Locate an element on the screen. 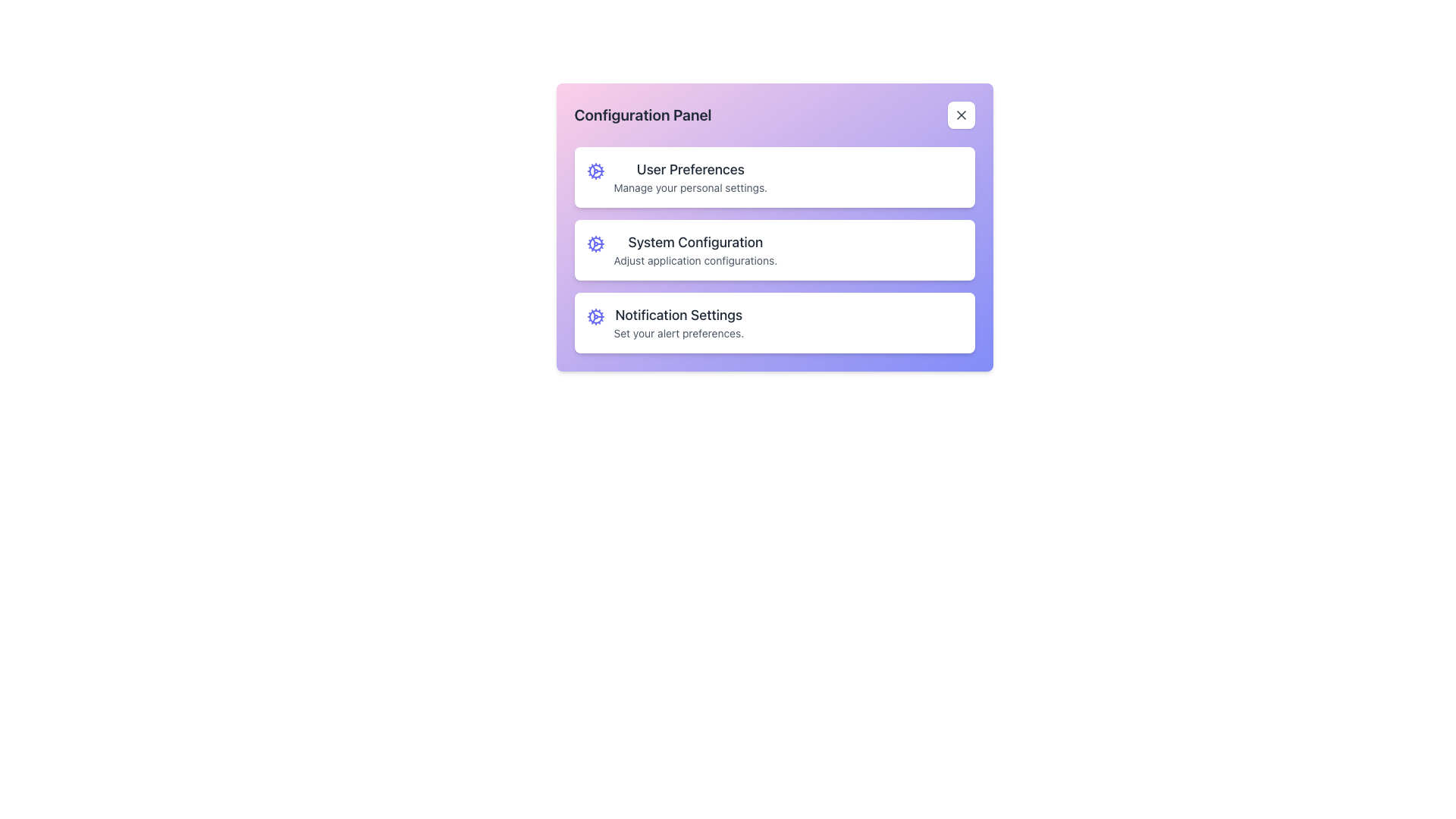 The width and height of the screenshot is (1456, 819). the settings icon located in the second row of the configuration panel, left-aligned and directly to the left of the text 'System Configuration' is located at coordinates (595, 243).